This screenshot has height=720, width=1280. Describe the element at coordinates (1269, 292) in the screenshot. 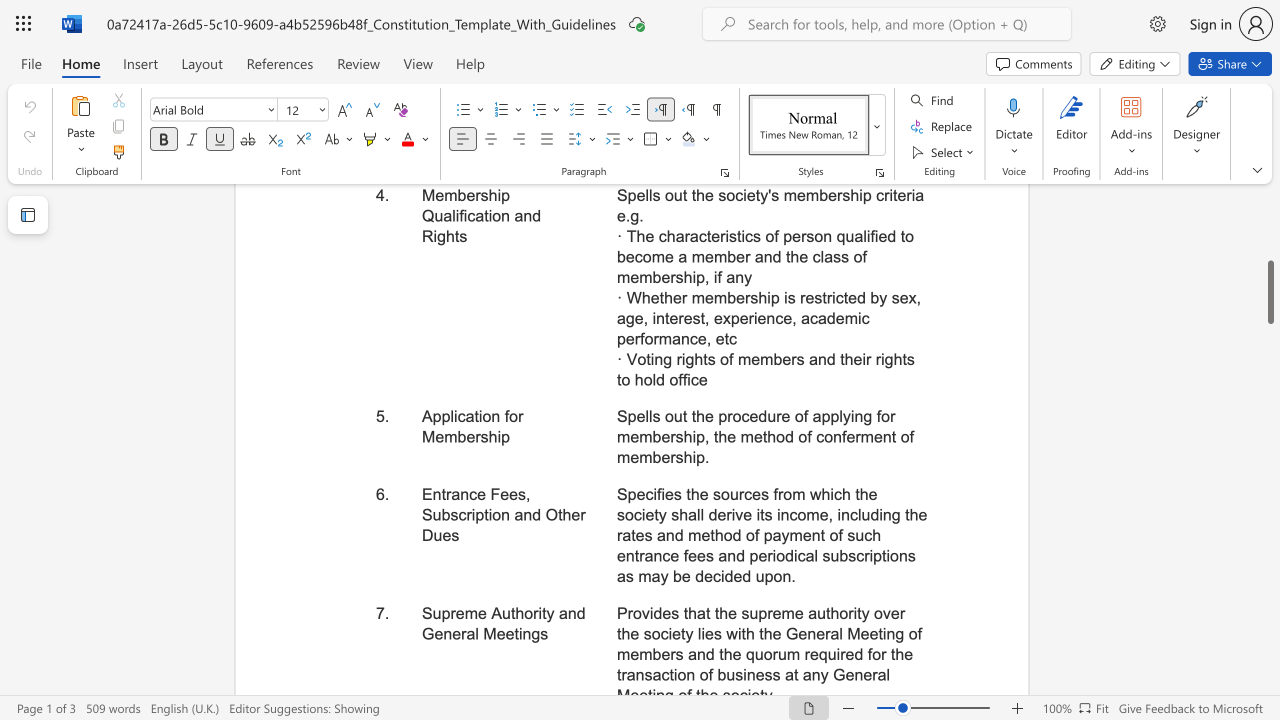

I see `the scrollbar and move down 340 pixels` at that location.